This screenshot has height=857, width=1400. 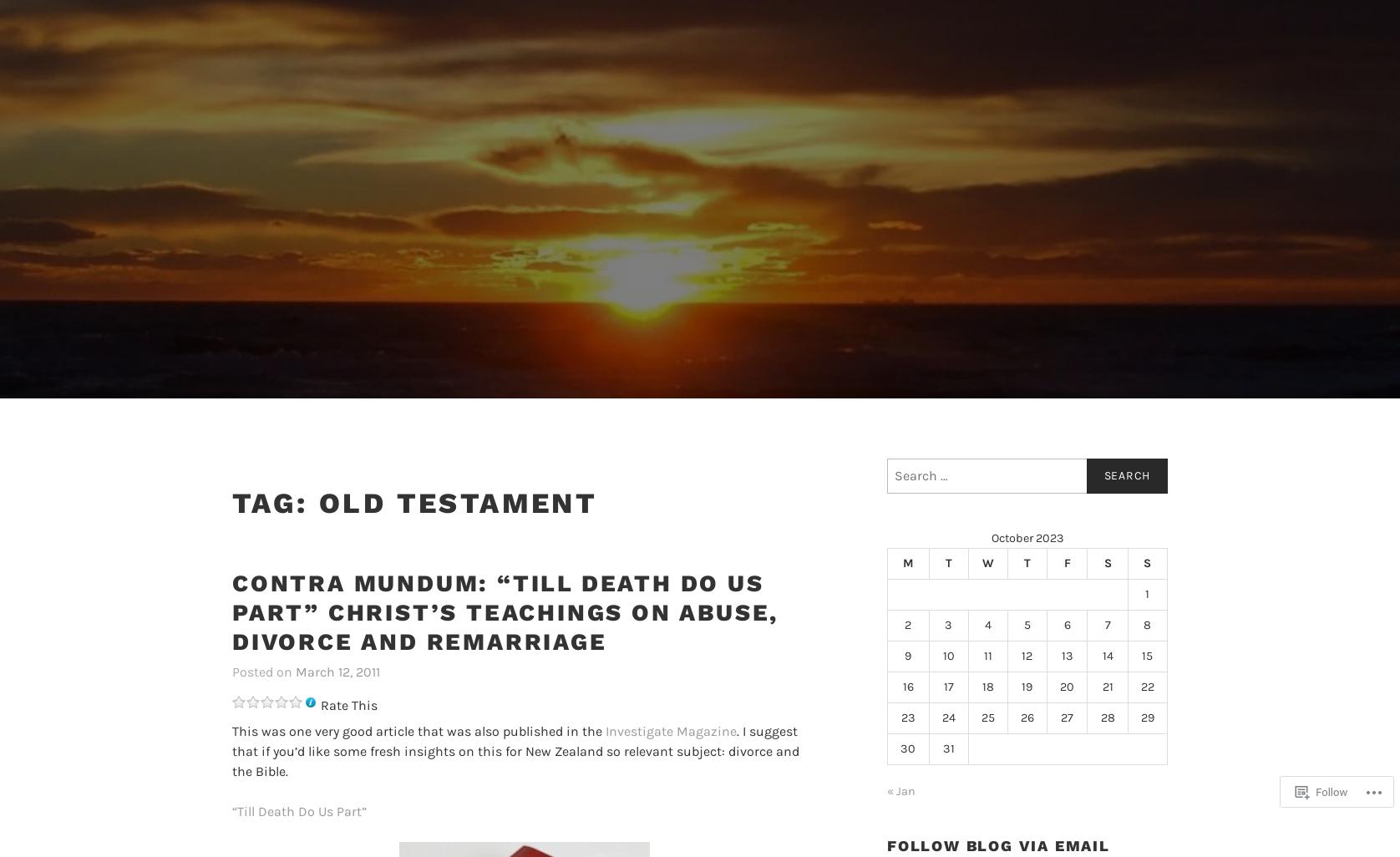 What do you see at coordinates (997, 844) in the screenshot?
I see `'Follow Blog via Email'` at bounding box center [997, 844].